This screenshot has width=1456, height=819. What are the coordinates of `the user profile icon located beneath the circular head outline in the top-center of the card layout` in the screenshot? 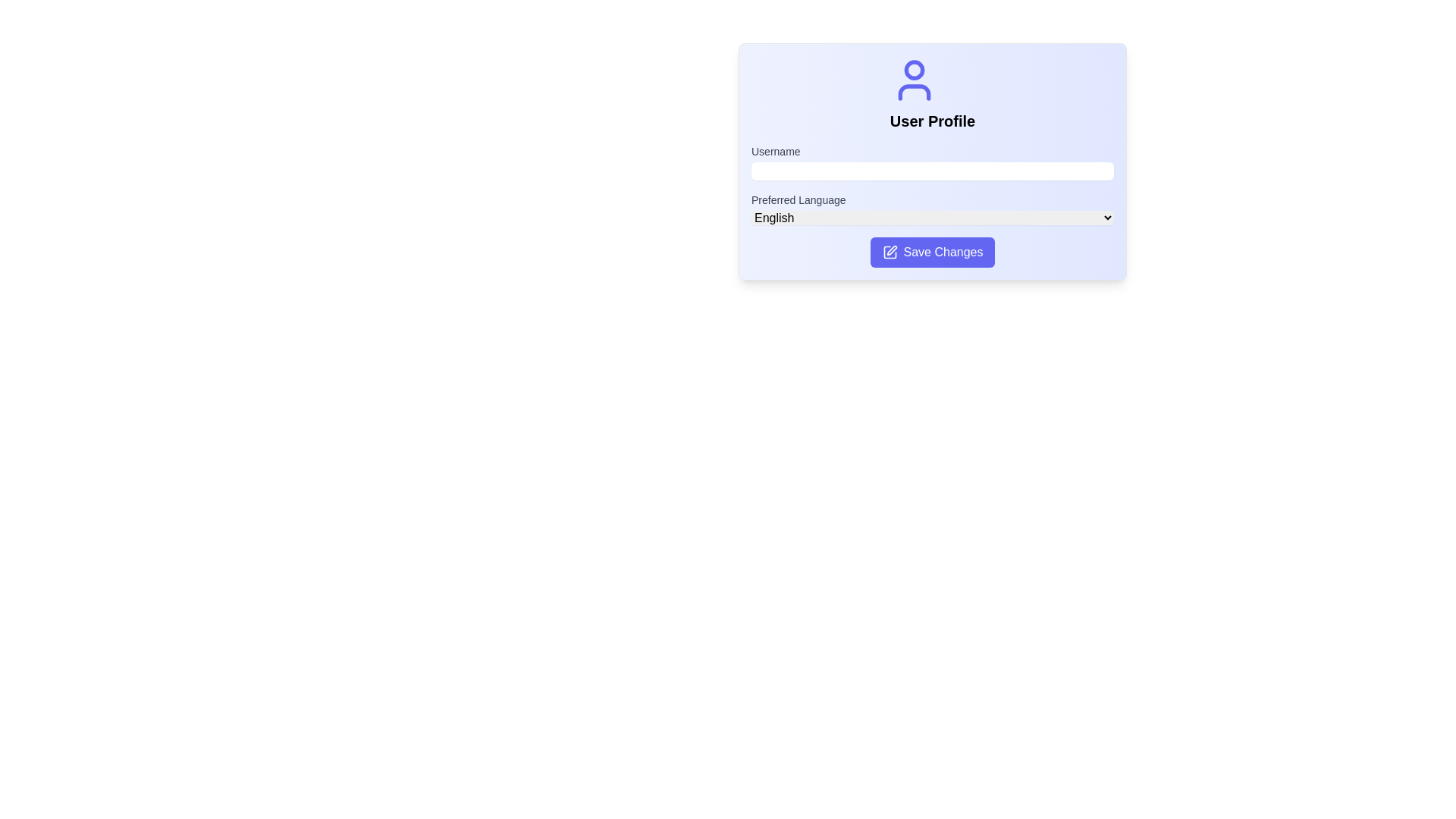 It's located at (913, 93).